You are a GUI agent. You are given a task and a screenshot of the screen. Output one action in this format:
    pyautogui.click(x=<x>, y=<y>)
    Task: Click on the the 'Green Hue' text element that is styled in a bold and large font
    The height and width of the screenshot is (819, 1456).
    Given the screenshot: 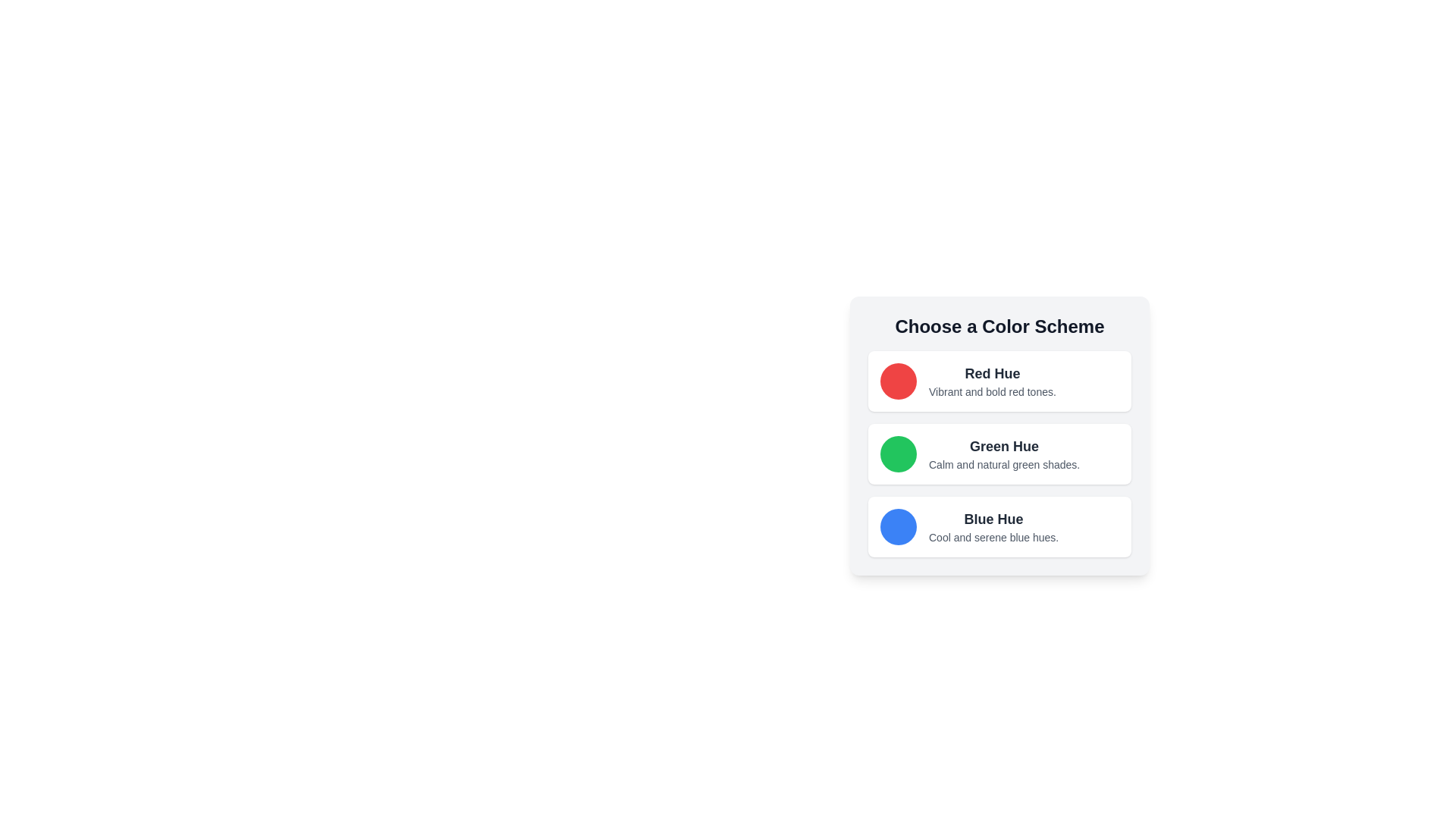 What is the action you would take?
    pyautogui.click(x=1004, y=446)
    